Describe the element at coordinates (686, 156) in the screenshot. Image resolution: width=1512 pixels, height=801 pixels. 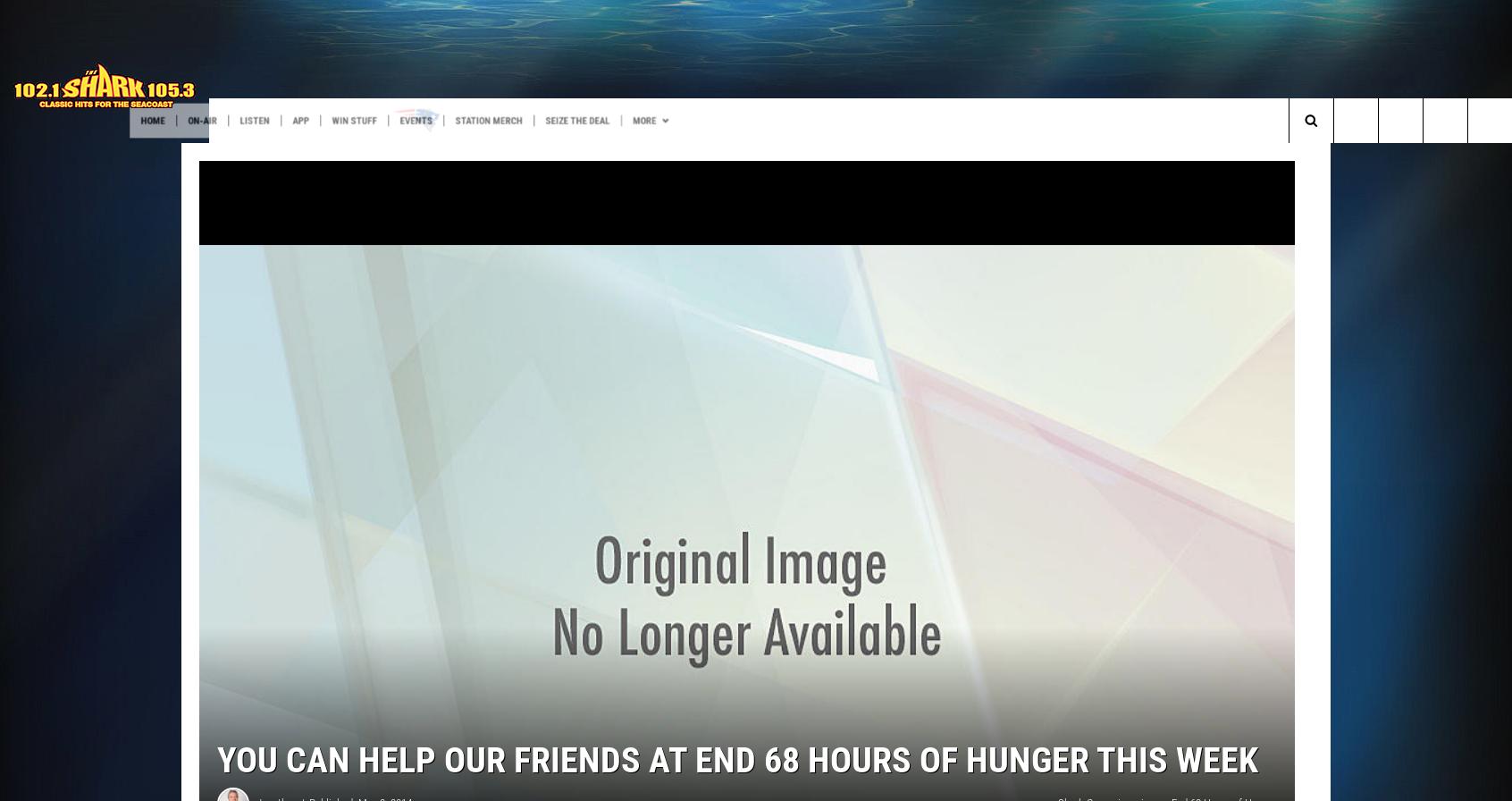
I see `'Shark Newsletter'` at that location.